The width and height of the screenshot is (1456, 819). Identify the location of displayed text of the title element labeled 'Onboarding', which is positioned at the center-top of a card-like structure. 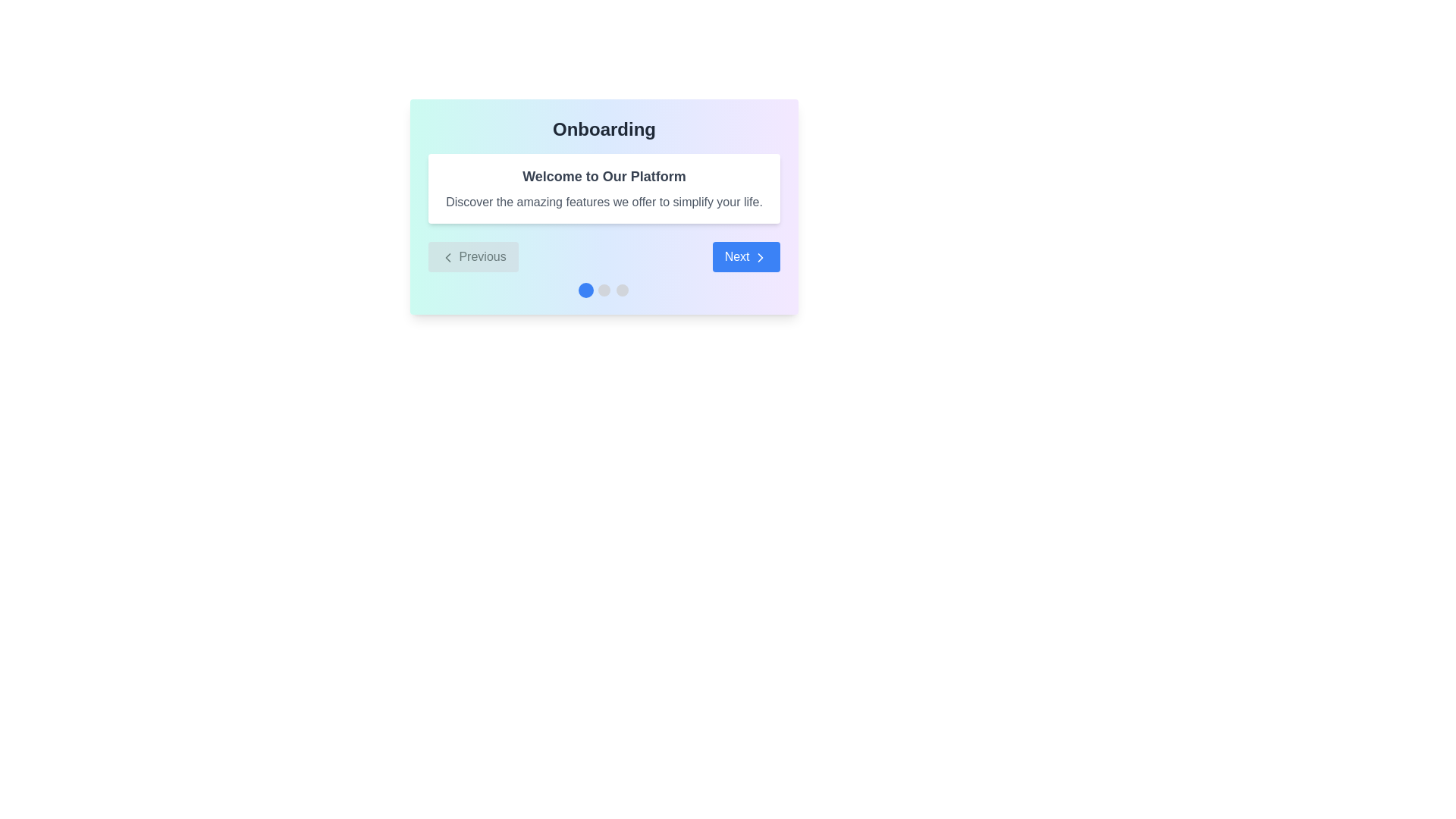
(603, 128).